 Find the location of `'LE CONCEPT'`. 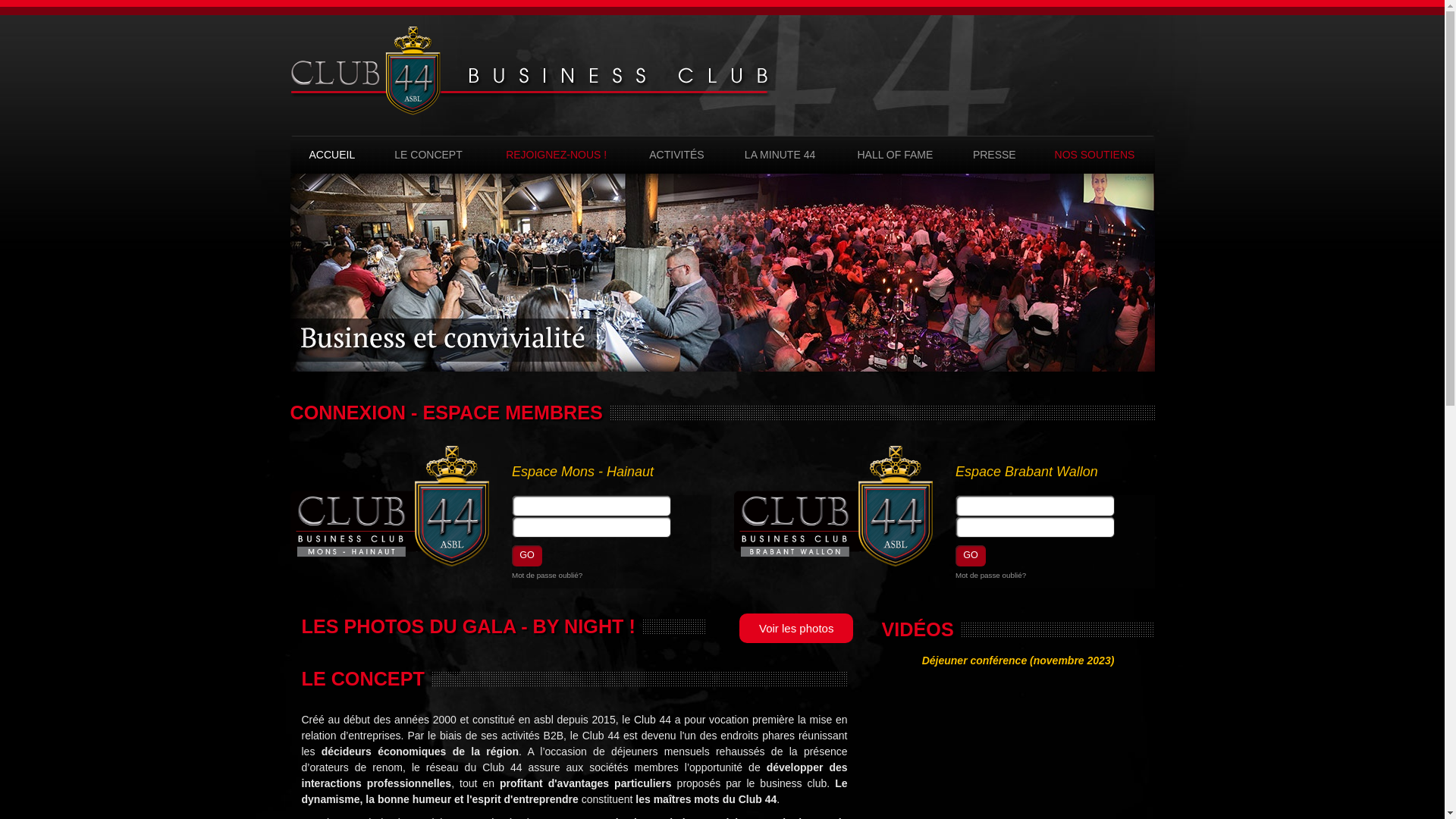

'LE CONCEPT' is located at coordinates (385, 155).